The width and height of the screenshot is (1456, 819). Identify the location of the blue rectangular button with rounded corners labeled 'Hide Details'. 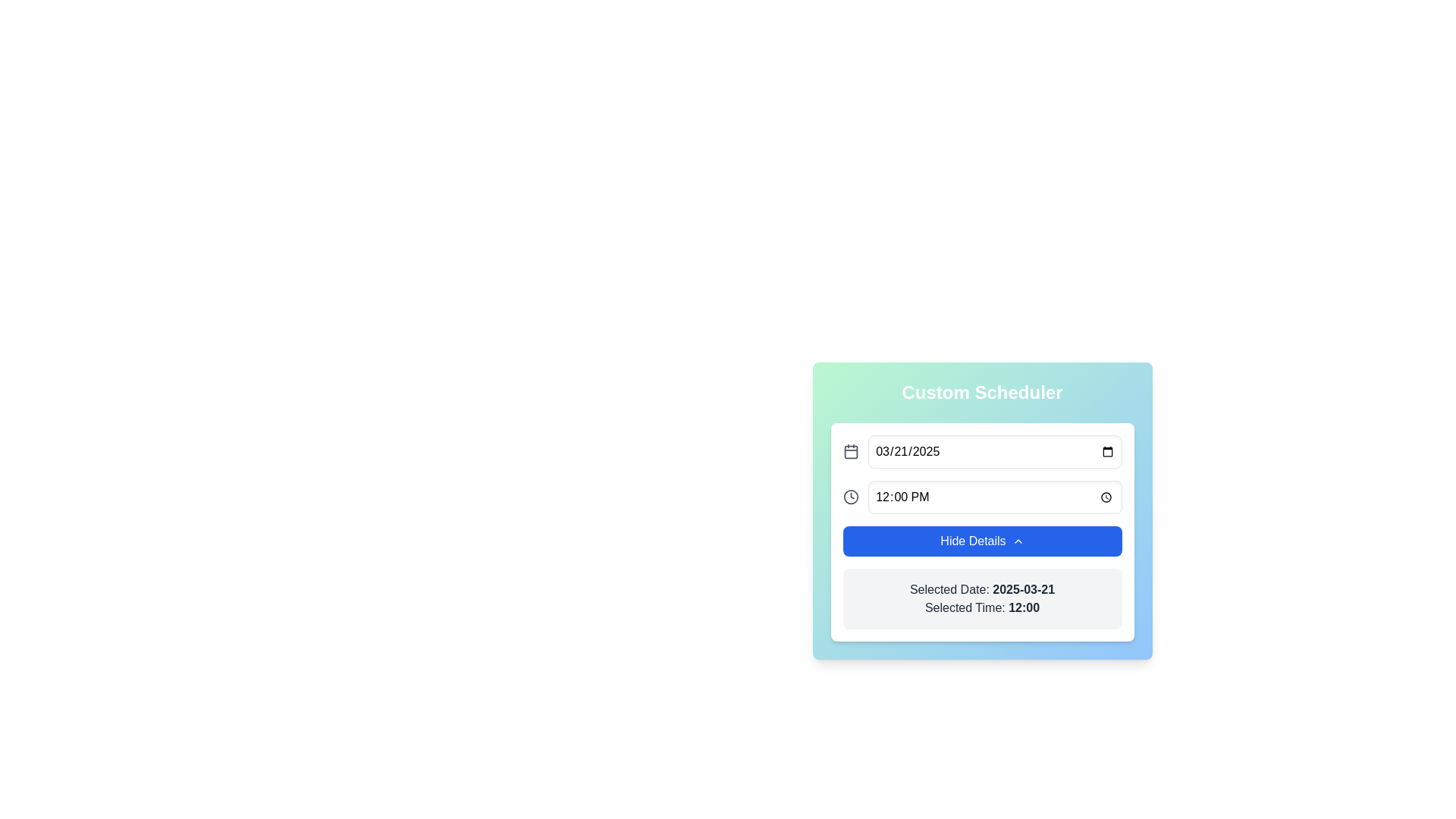
(982, 540).